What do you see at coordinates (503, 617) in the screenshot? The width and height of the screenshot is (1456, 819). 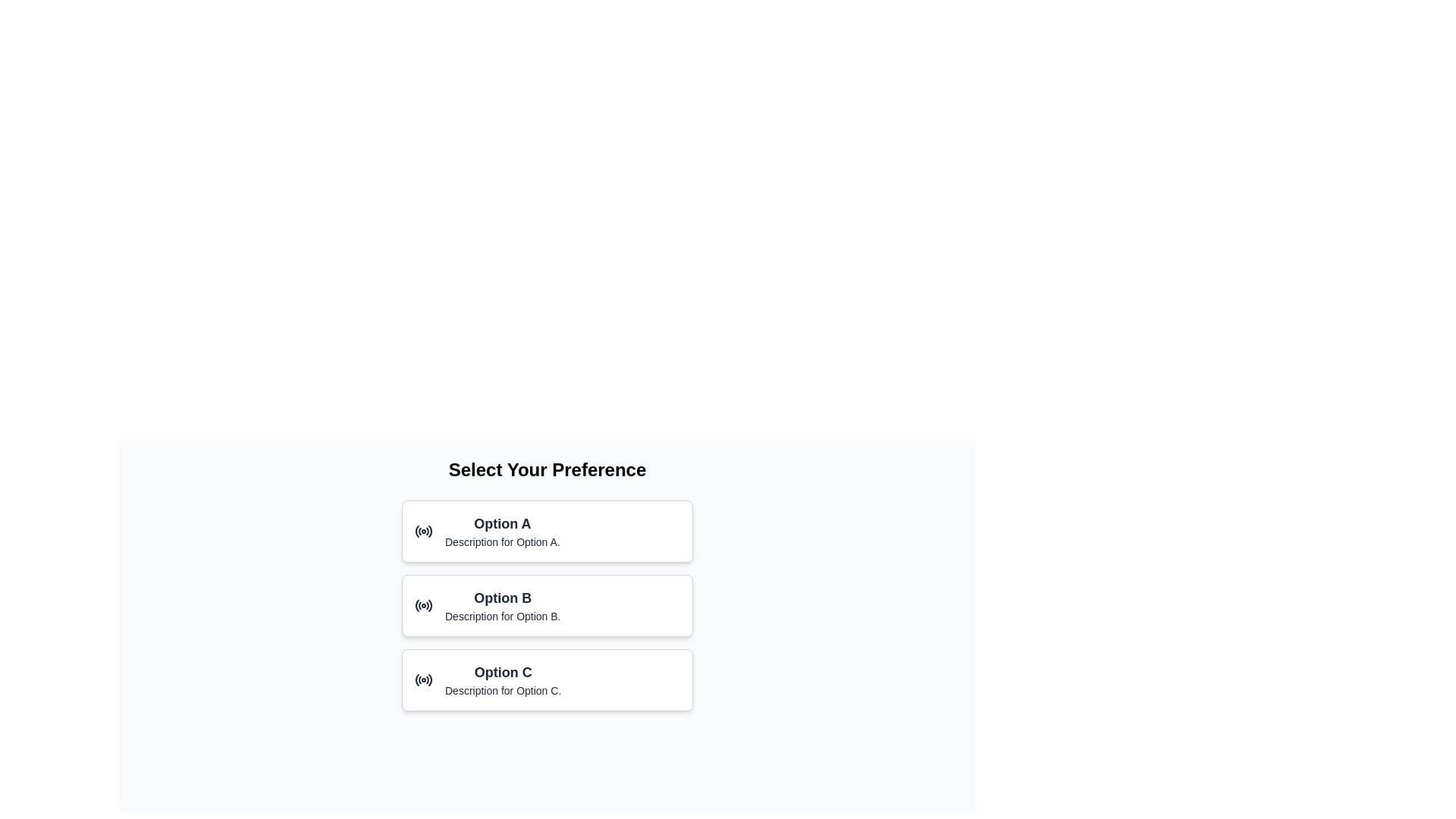 I see `the static text element that reads 'Description for Option B.' located below the title 'Option B' in the 'Select Your Preference' interface` at bounding box center [503, 617].